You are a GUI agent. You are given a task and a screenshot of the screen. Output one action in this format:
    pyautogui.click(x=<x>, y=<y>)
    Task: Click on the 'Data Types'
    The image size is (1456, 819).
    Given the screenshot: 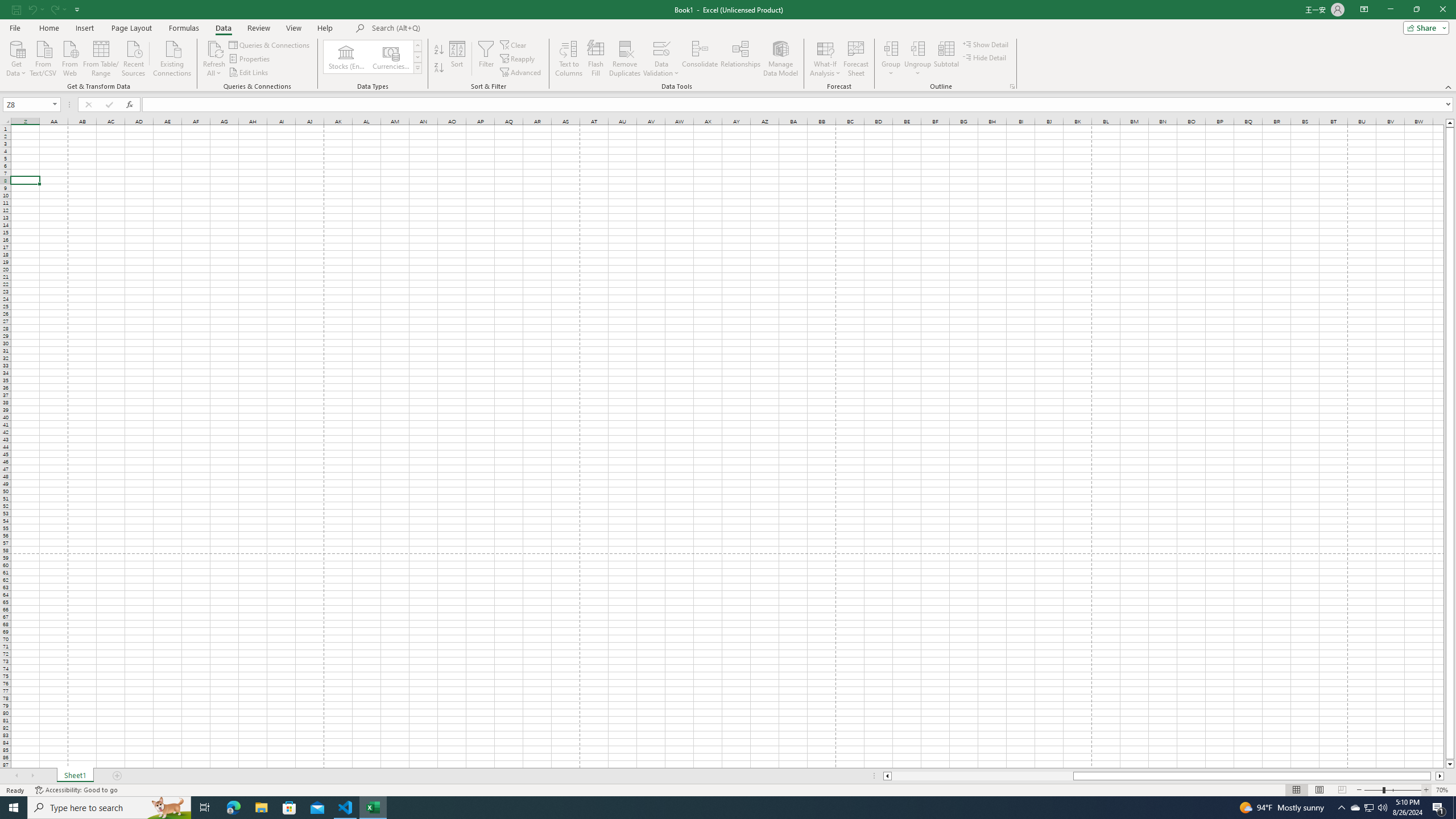 What is the action you would take?
    pyautogui.click(x=417, y=67)
    